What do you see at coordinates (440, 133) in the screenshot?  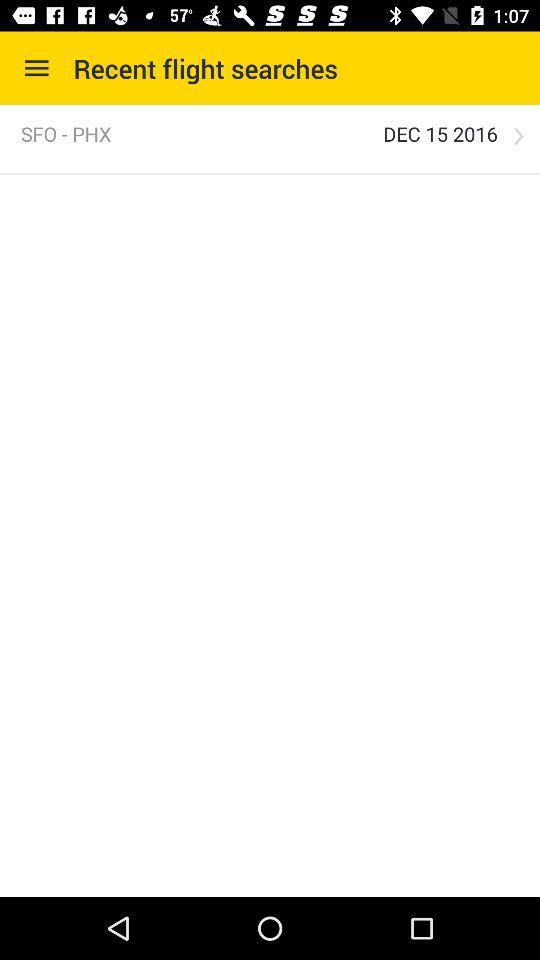 I see `the icon next to sfo - phx item` at bounding box center [440, 133].